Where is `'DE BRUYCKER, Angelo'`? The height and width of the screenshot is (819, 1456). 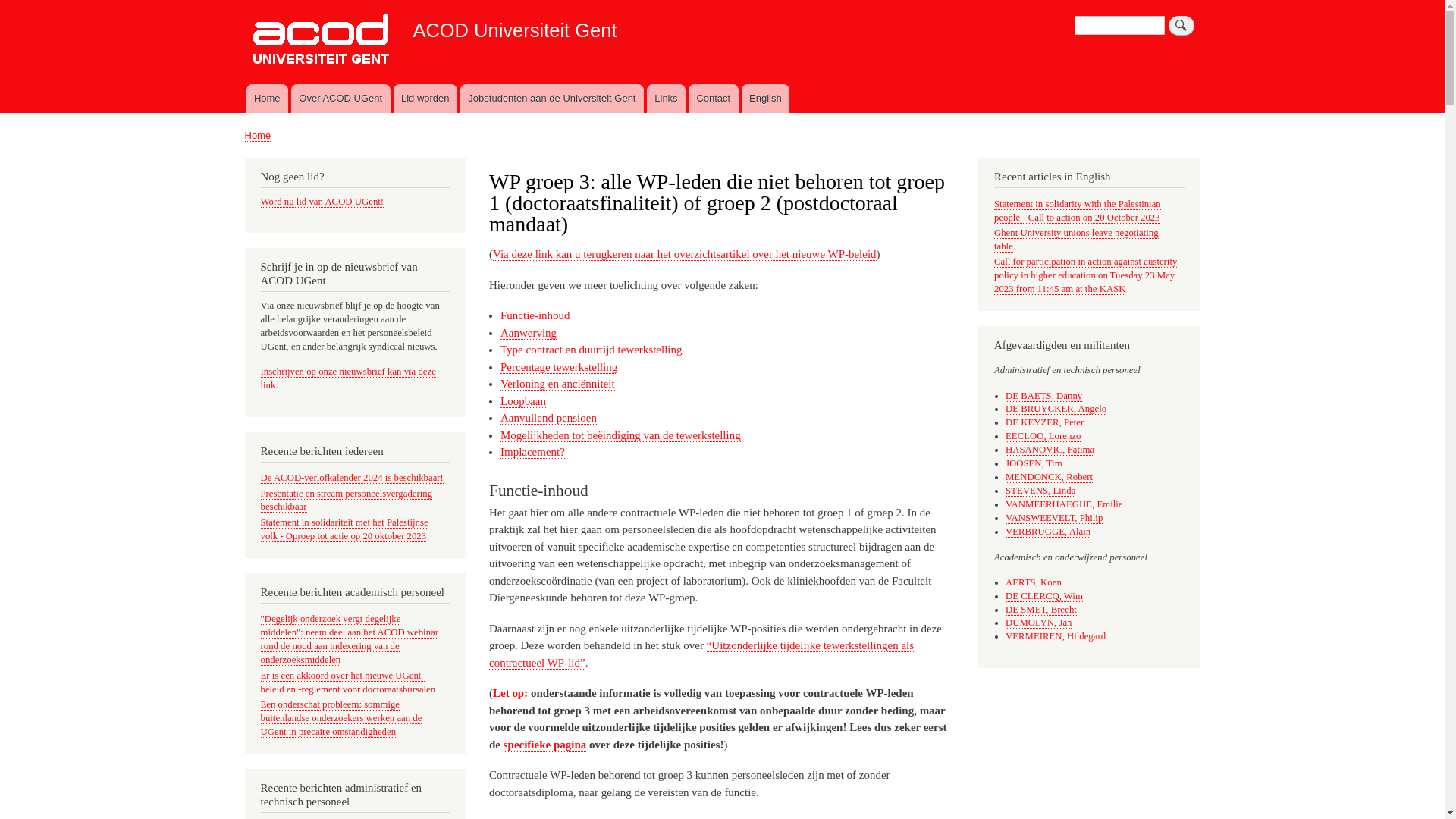
'DE BRUYCKER, Angelo' is located at coordinates (1055, 408).